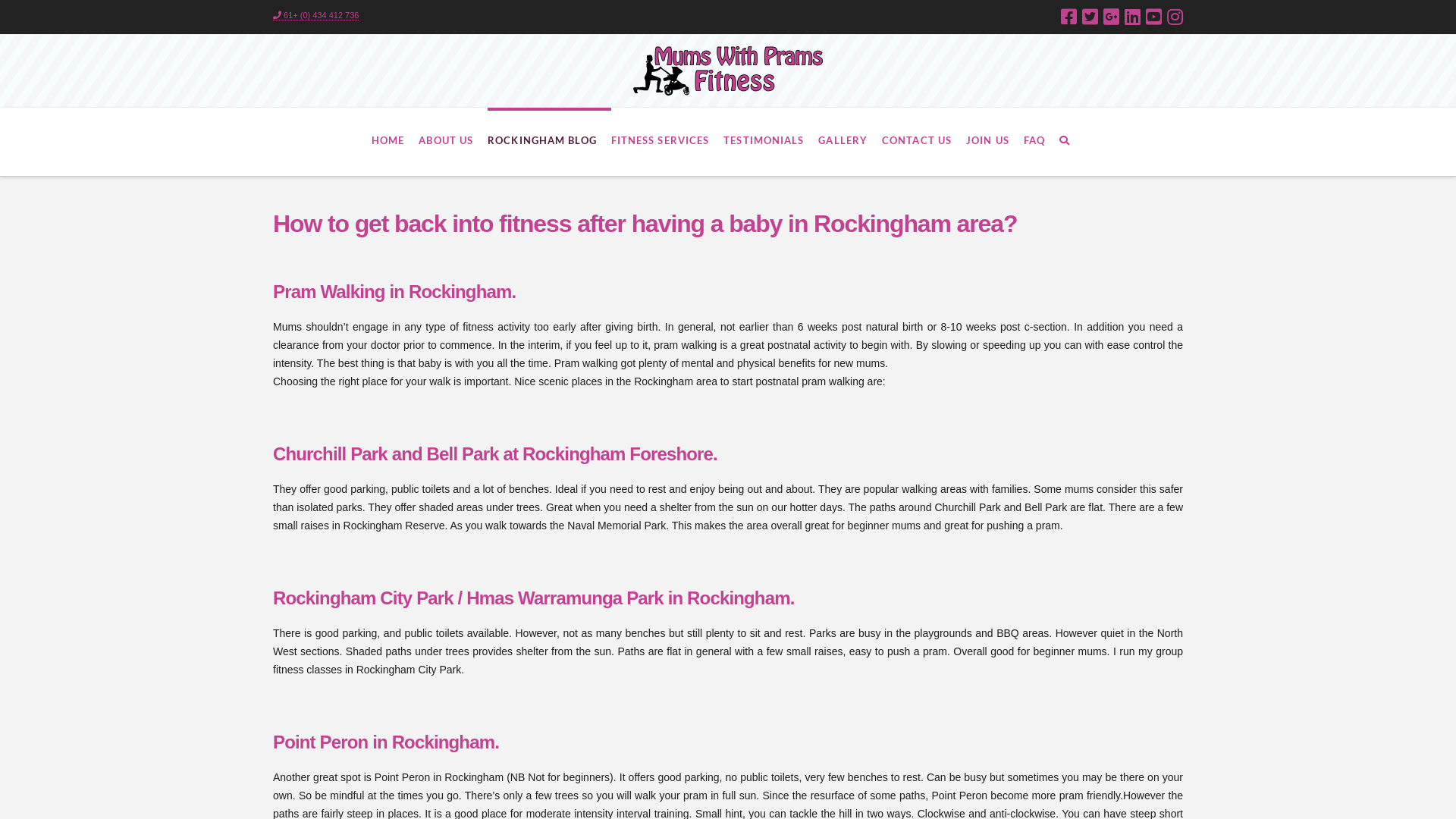  What do you see at coordinates (770, 141) in the screenshot?
I see `'TESTIMONIALS'` at bounding box center [770, 141].